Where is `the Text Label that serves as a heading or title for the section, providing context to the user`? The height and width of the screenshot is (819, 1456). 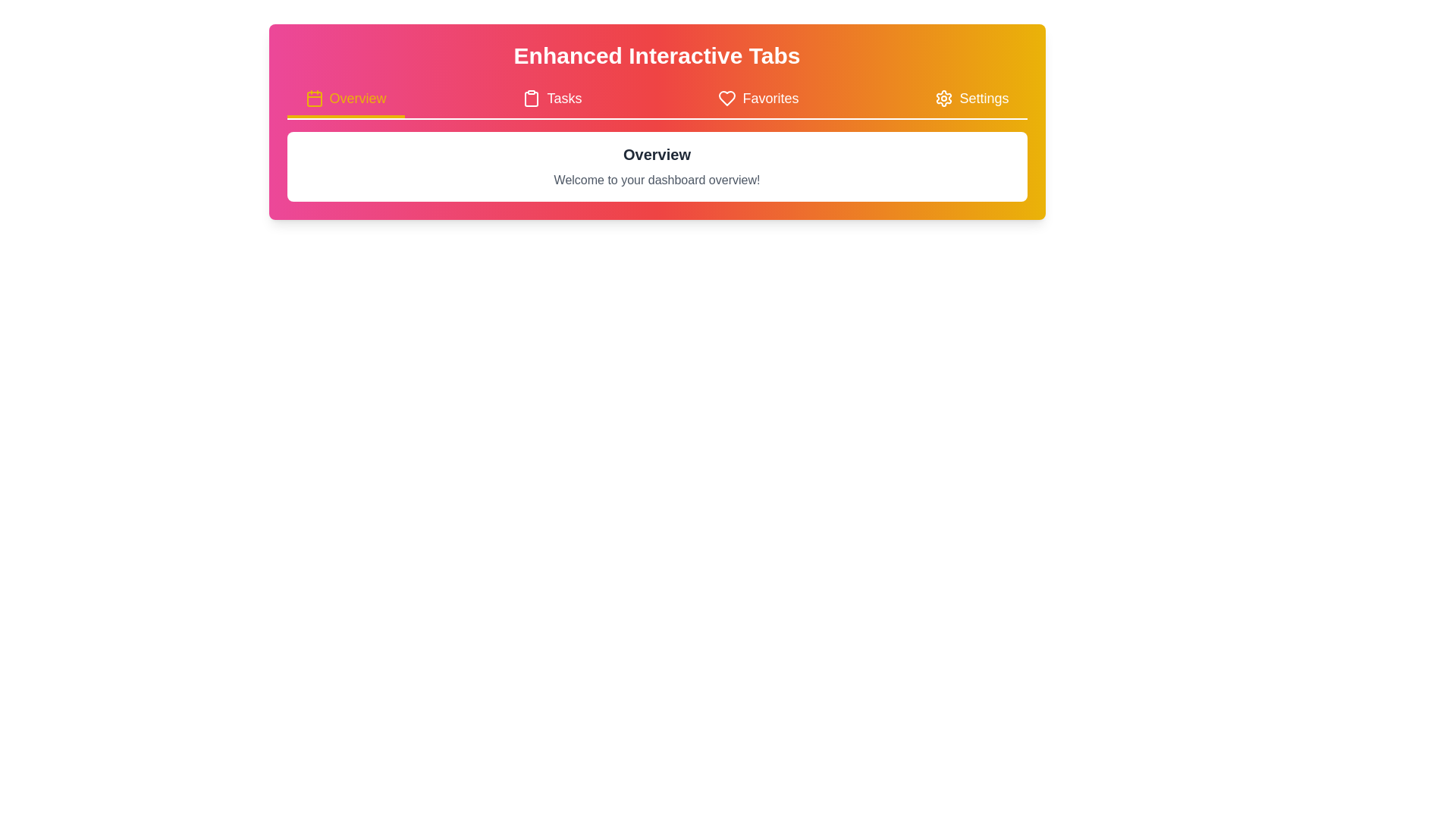 the Text Label that serves as a heading or title for the section, providing context to the user is located at coordinates (657, 155).